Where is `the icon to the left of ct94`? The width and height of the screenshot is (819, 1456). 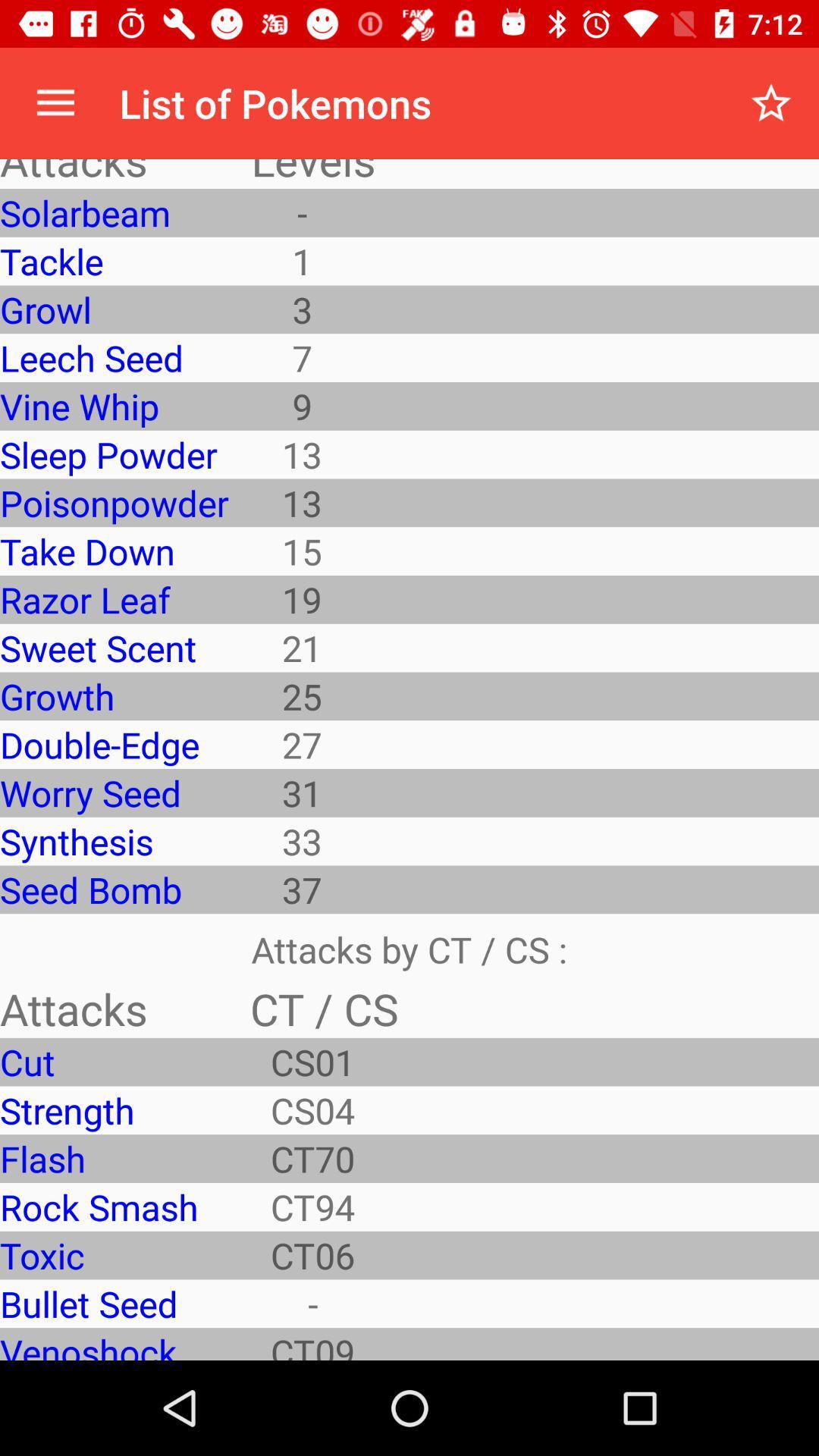 the icon to the left of ct94 is located at coordinates (113, 1255).